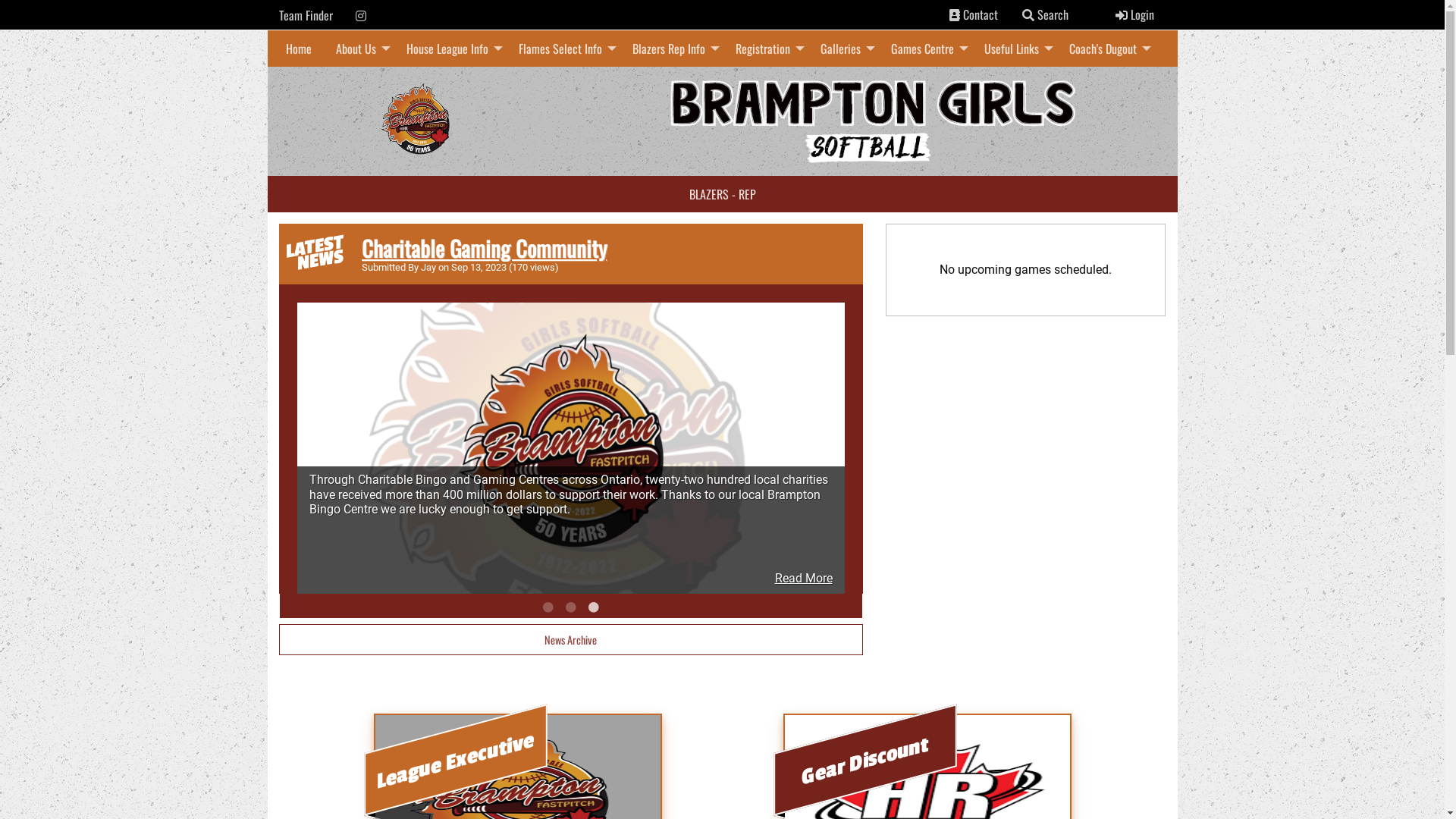  I want to click on ' Search', so click(1009, 14).